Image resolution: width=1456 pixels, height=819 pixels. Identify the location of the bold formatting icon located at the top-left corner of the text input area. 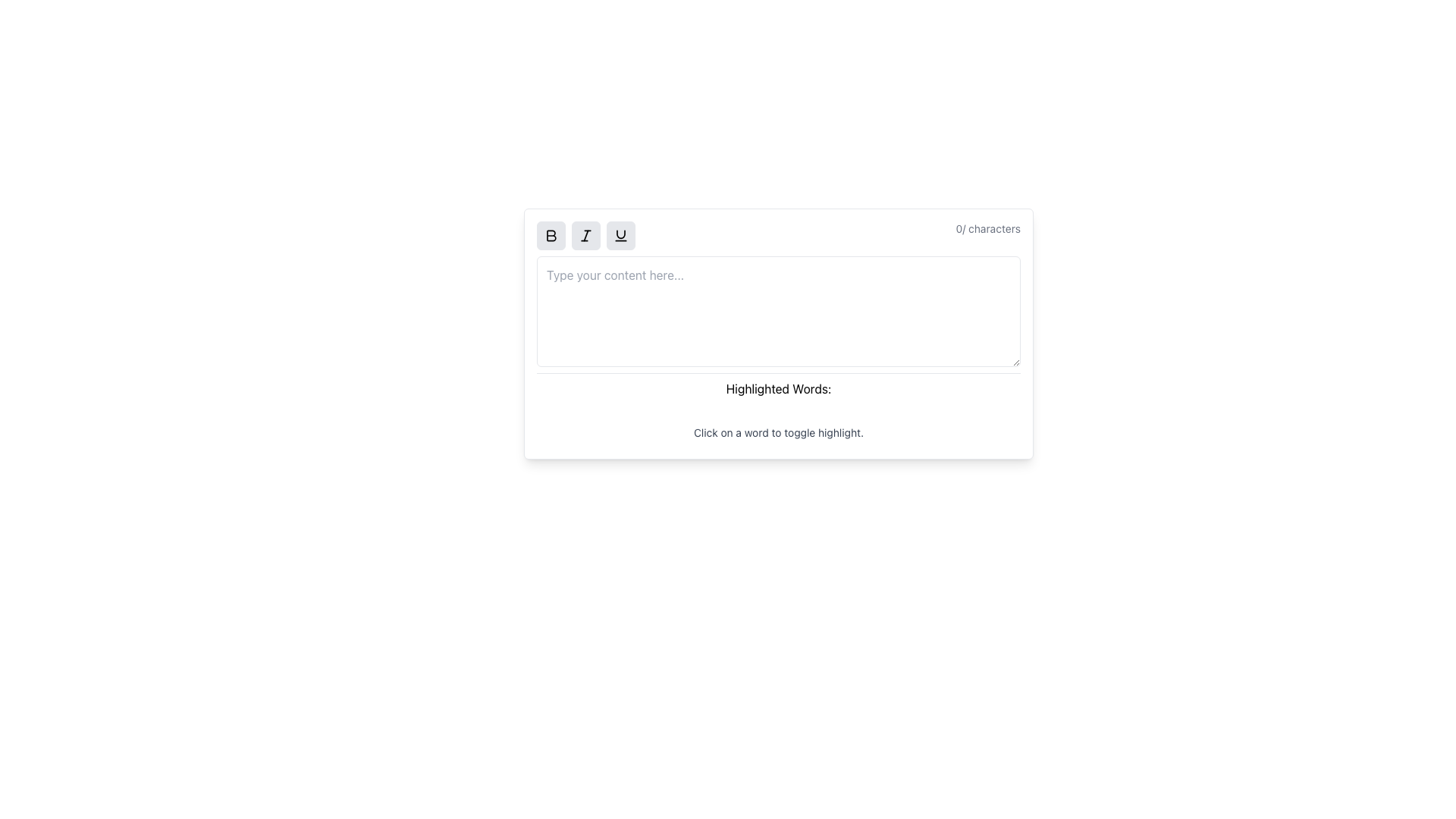
(550, 236).